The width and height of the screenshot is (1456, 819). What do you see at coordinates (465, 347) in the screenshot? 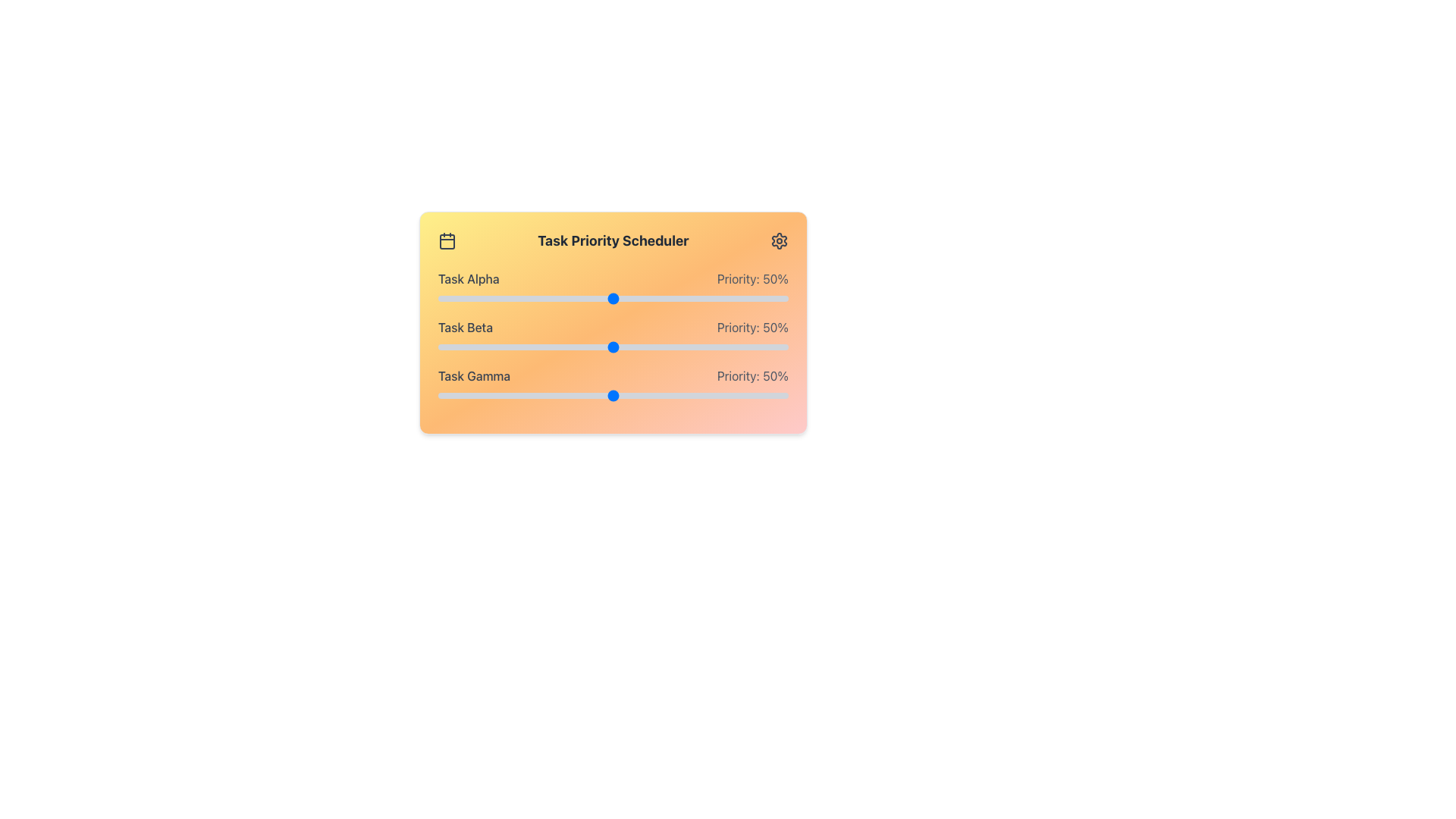
I see `the priority of Task Beta` at bounding box center [465, 347].